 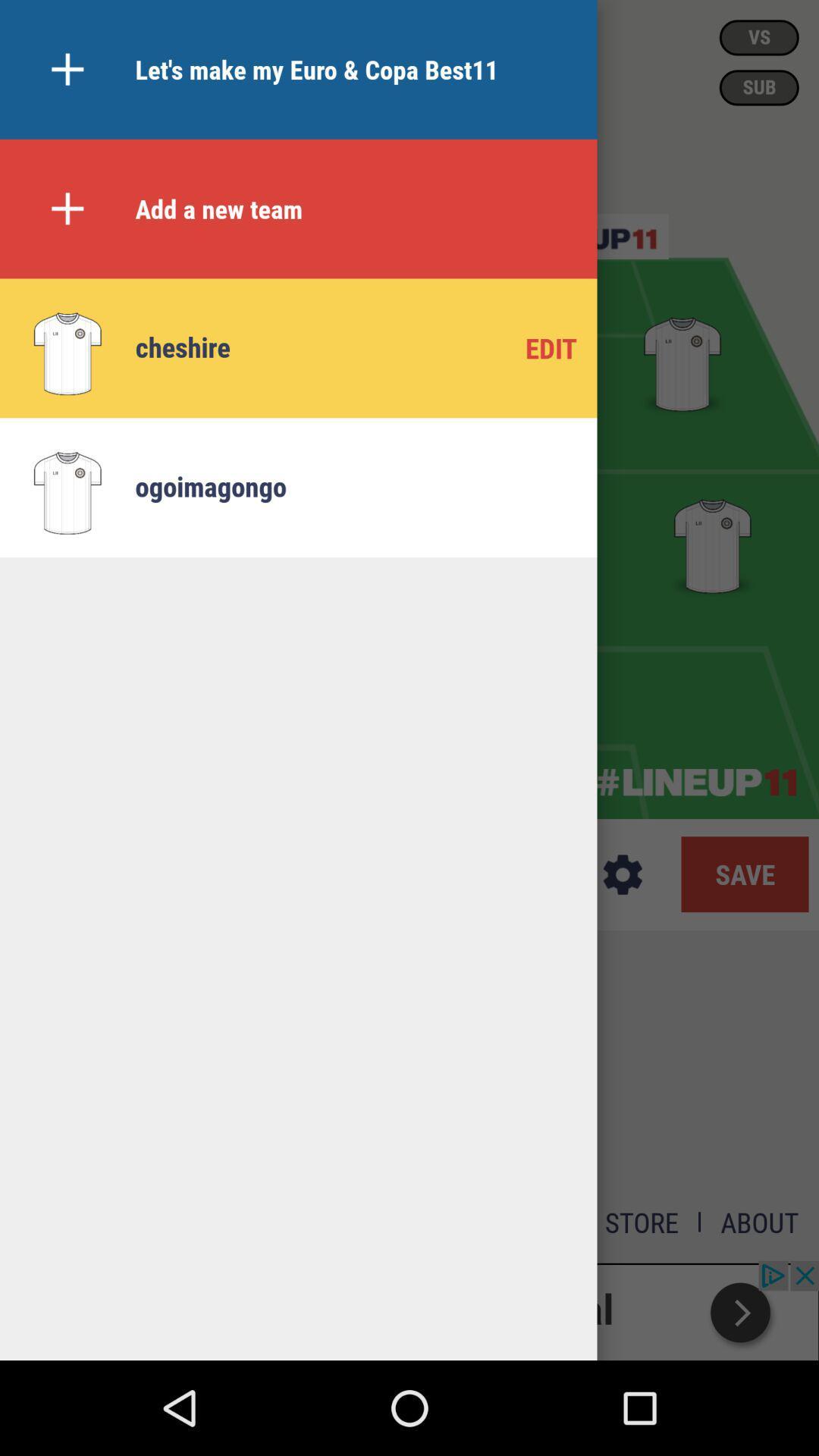 I want to click on the settings icon, so click(x=623, y=874).